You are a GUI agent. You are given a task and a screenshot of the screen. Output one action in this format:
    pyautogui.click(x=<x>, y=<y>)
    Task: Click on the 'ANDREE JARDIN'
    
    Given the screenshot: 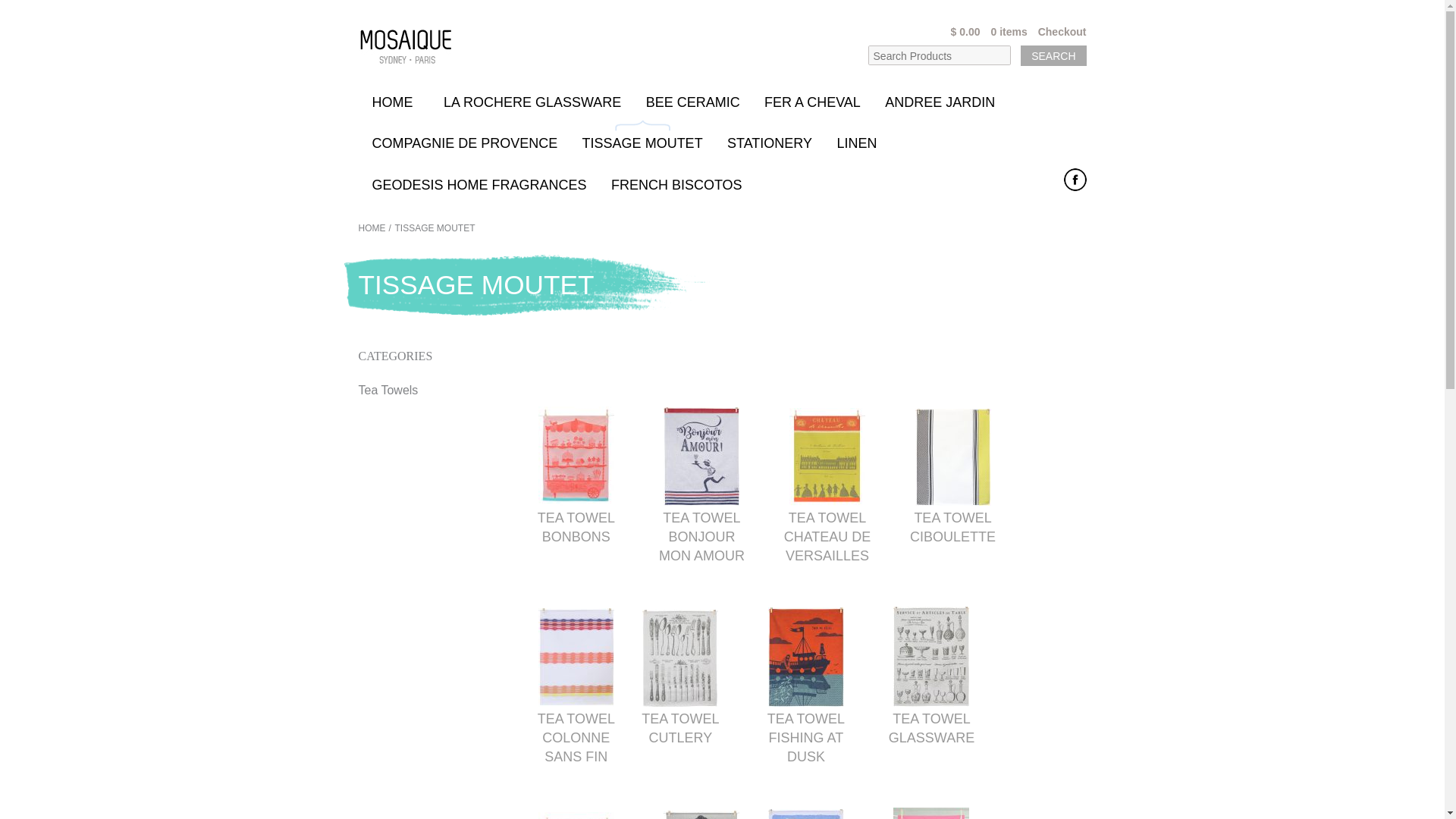 What is the action you would take?
    pyautogui.click(x=939, y=99)
    